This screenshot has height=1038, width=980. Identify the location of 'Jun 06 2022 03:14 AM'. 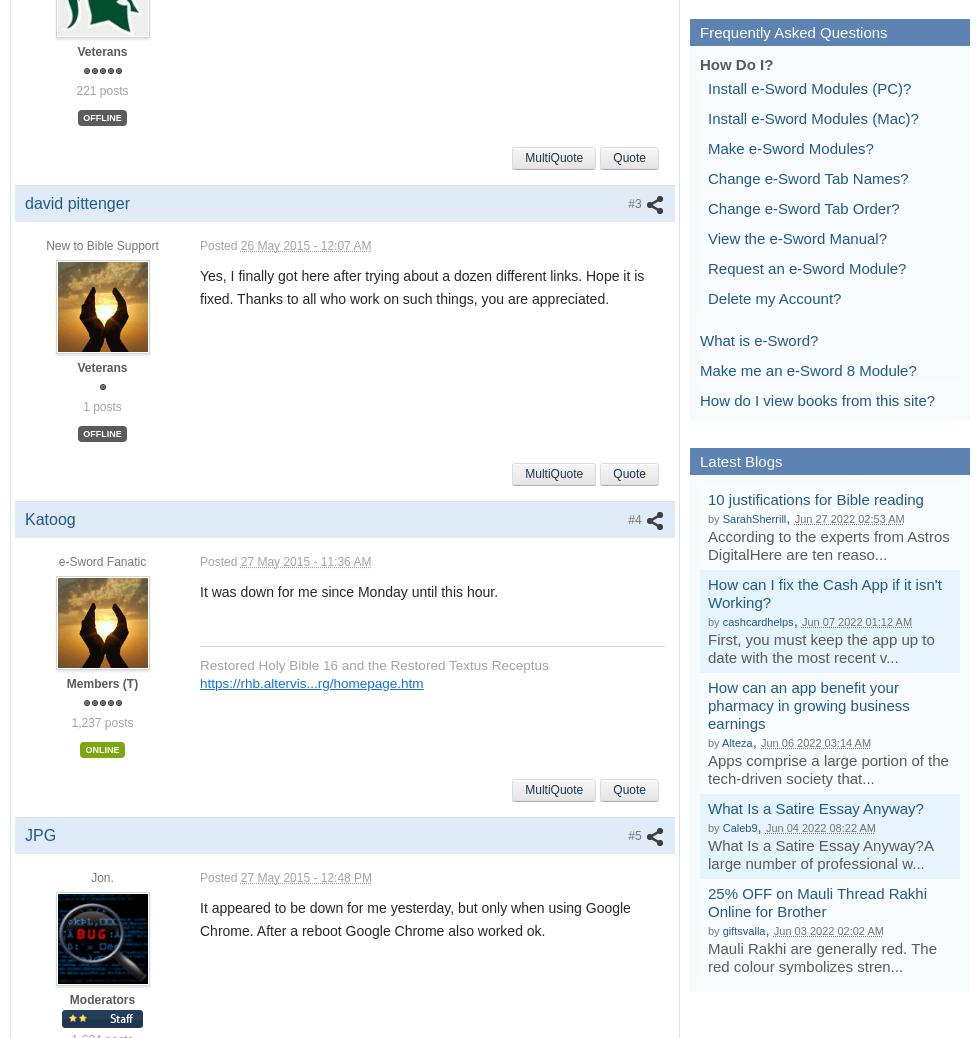
(816, 740).